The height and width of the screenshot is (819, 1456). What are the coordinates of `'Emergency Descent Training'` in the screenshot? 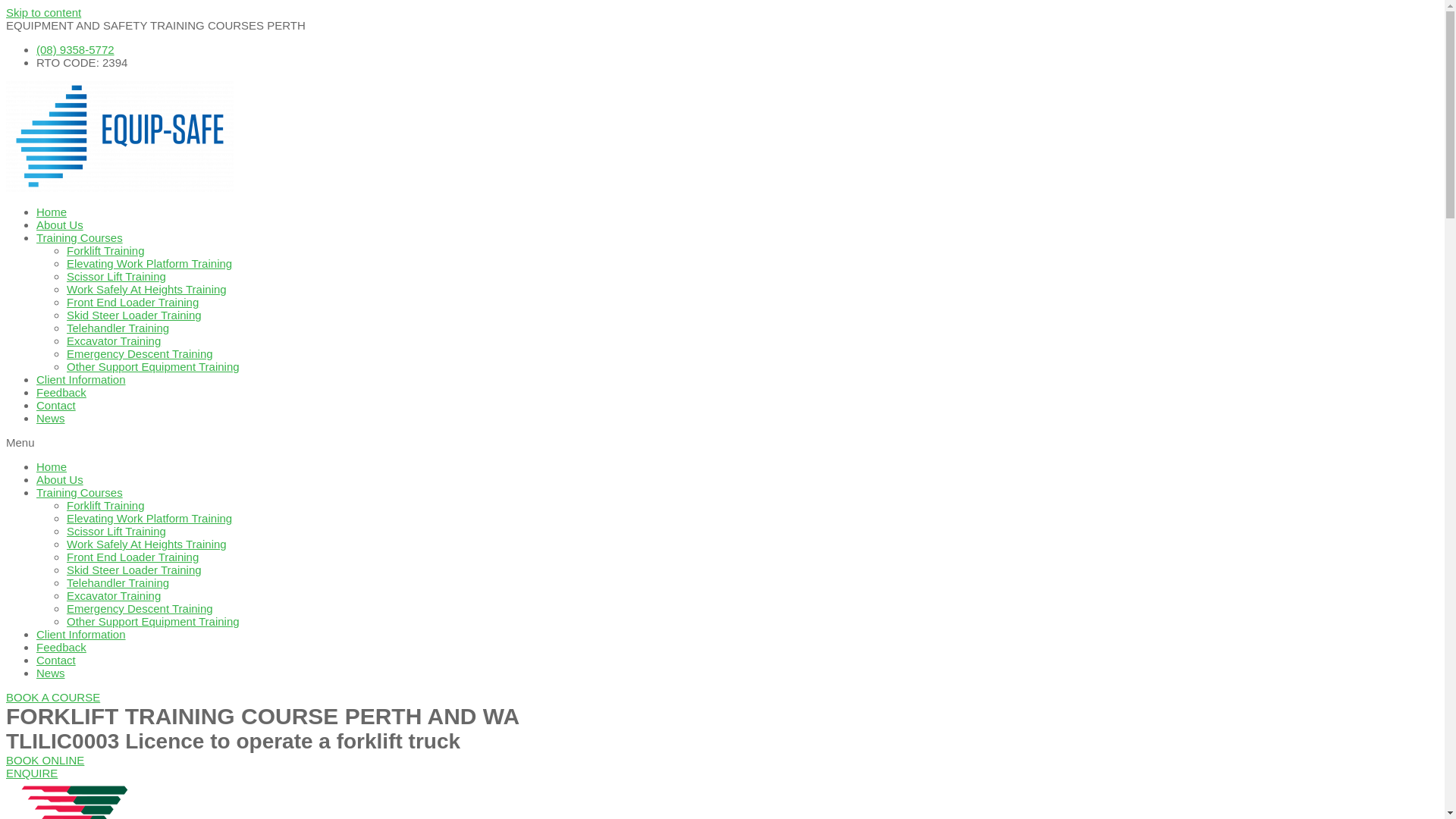 It's located at (140, 607).